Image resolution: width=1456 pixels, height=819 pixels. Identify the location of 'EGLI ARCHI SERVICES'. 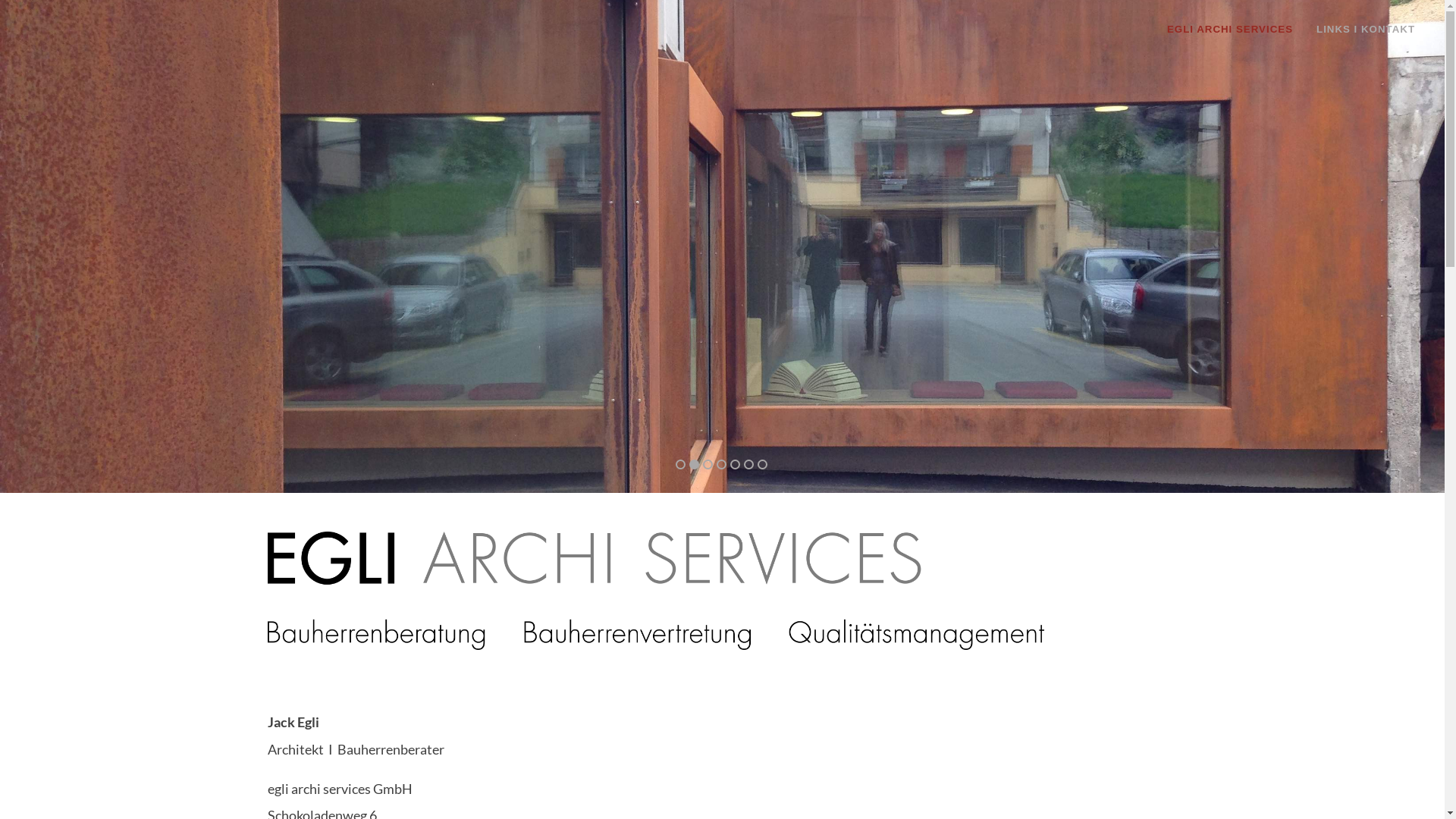
(1235, 29).